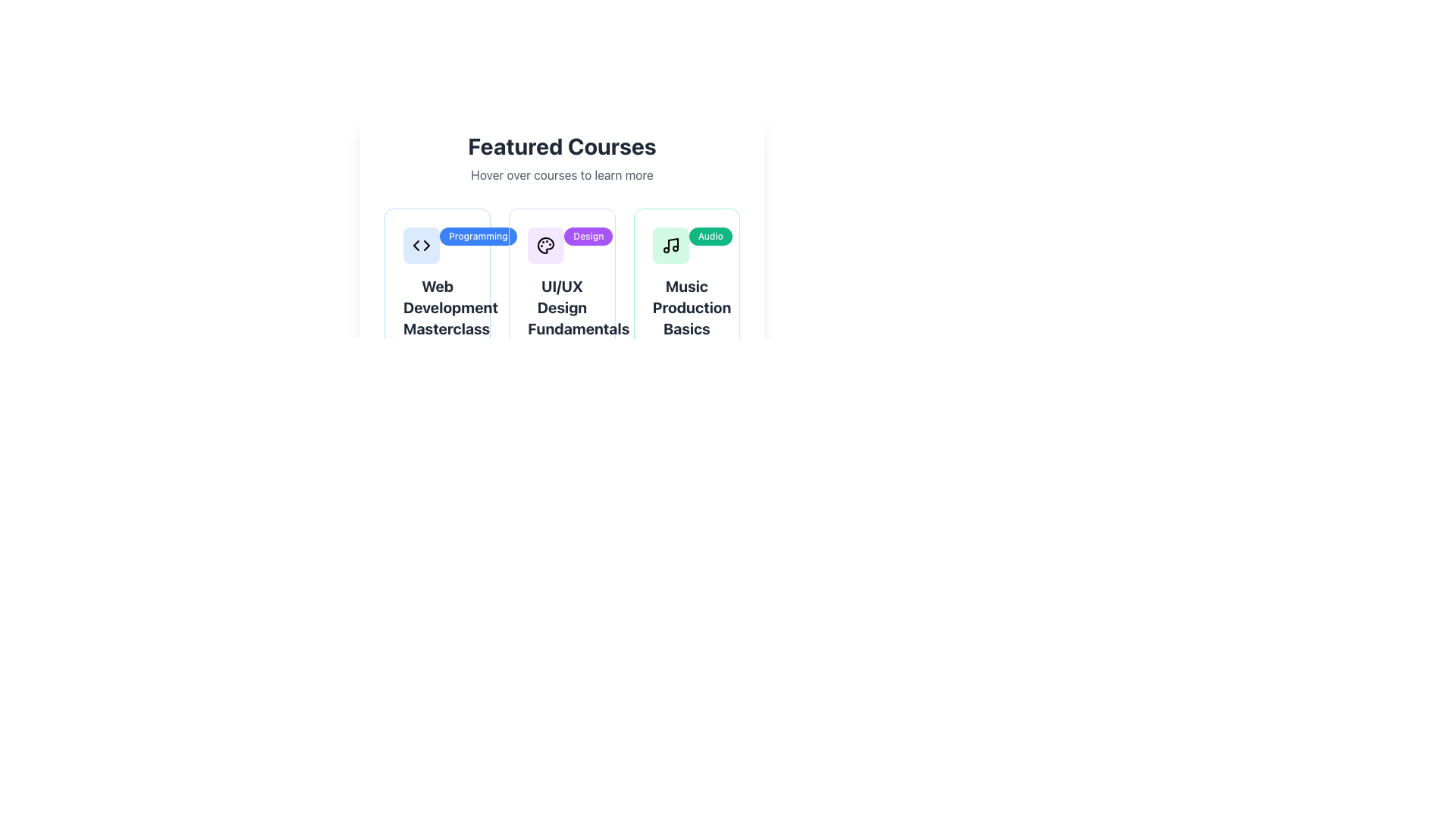  I want to click on the design icon located in the second column of the 'Featured Courses' row, which represents the 'UI/UX Design Fundamentals' course, so click(546, 245).